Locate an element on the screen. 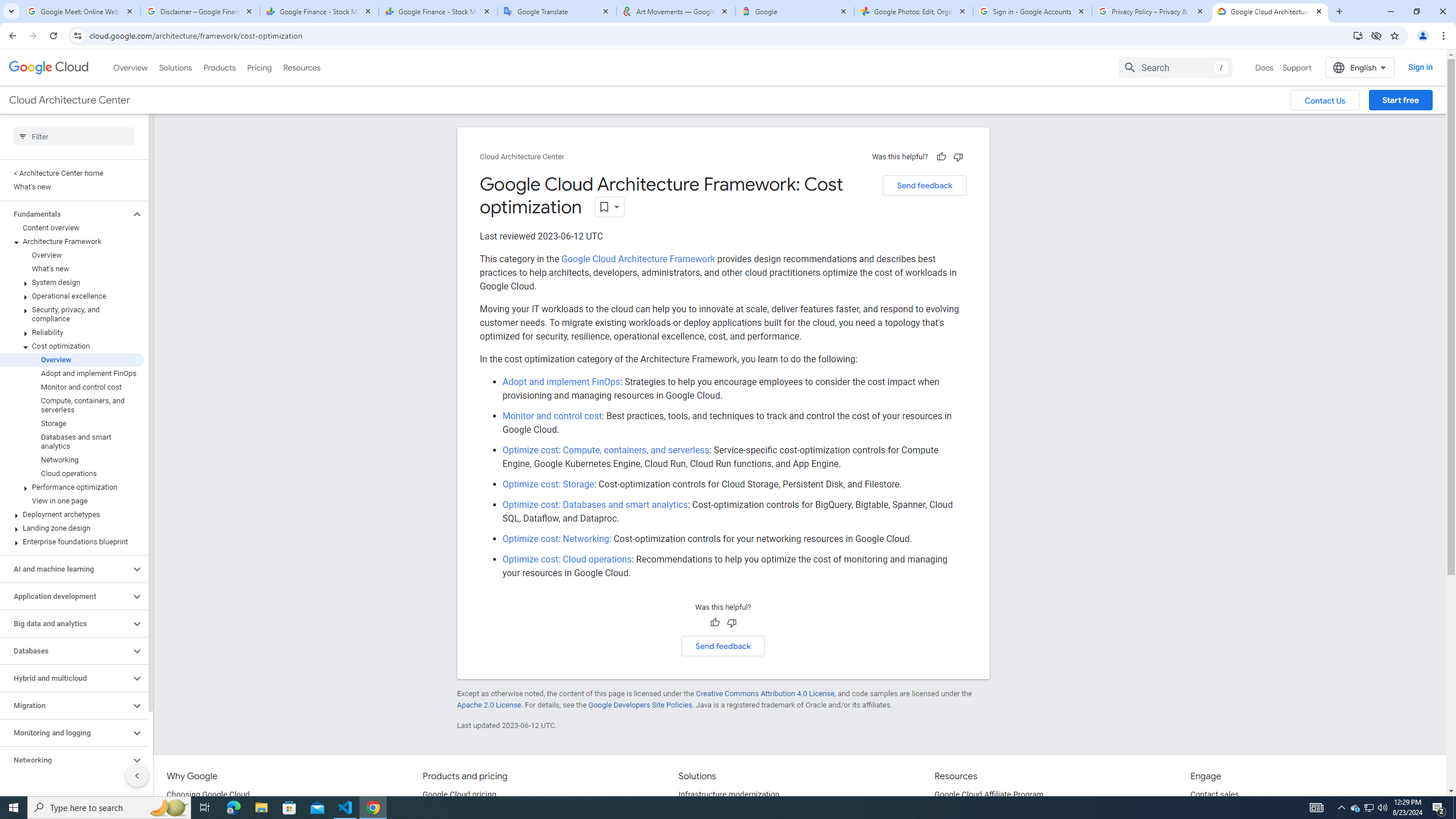 The image size is (1456, 819). 'Deployment archetypes' is located at coordinates (72, 514).